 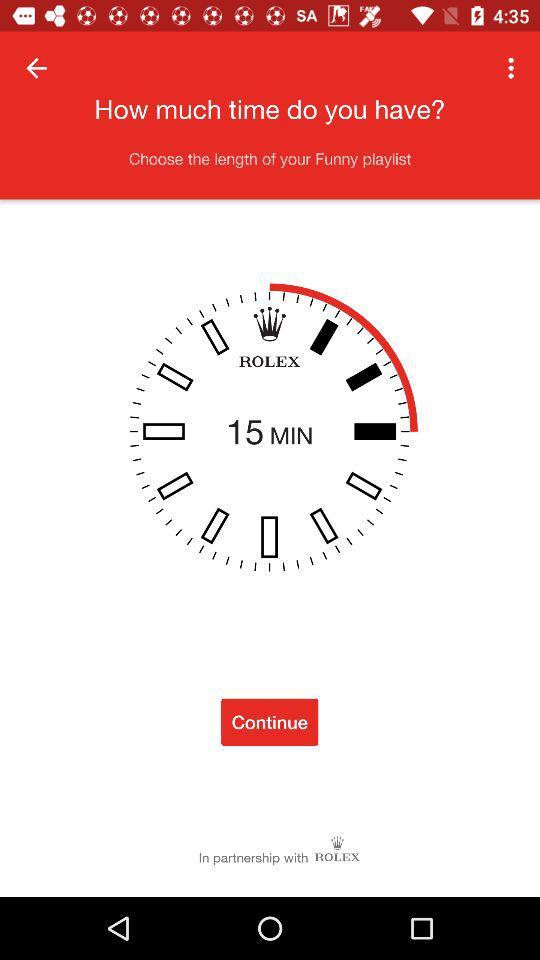 I want to click on the icon above the choose the length, so click(x=513, y=68).